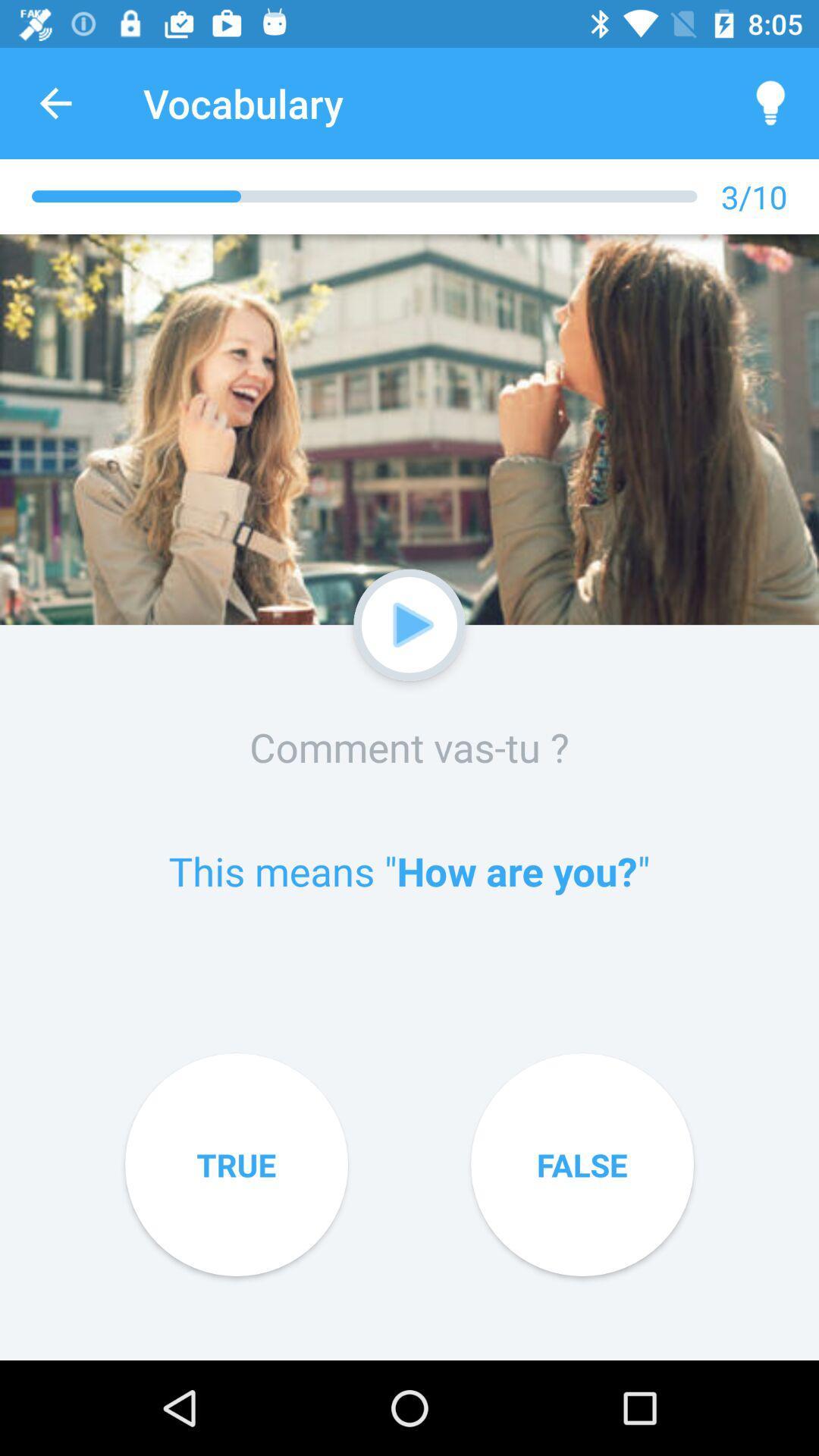 This screenshot has height=1456, width=819. What do you see at coordinates (771, 102) in the screenshot?
I see `the item to the right of vocabulary app` at bounding box center [771, 102].